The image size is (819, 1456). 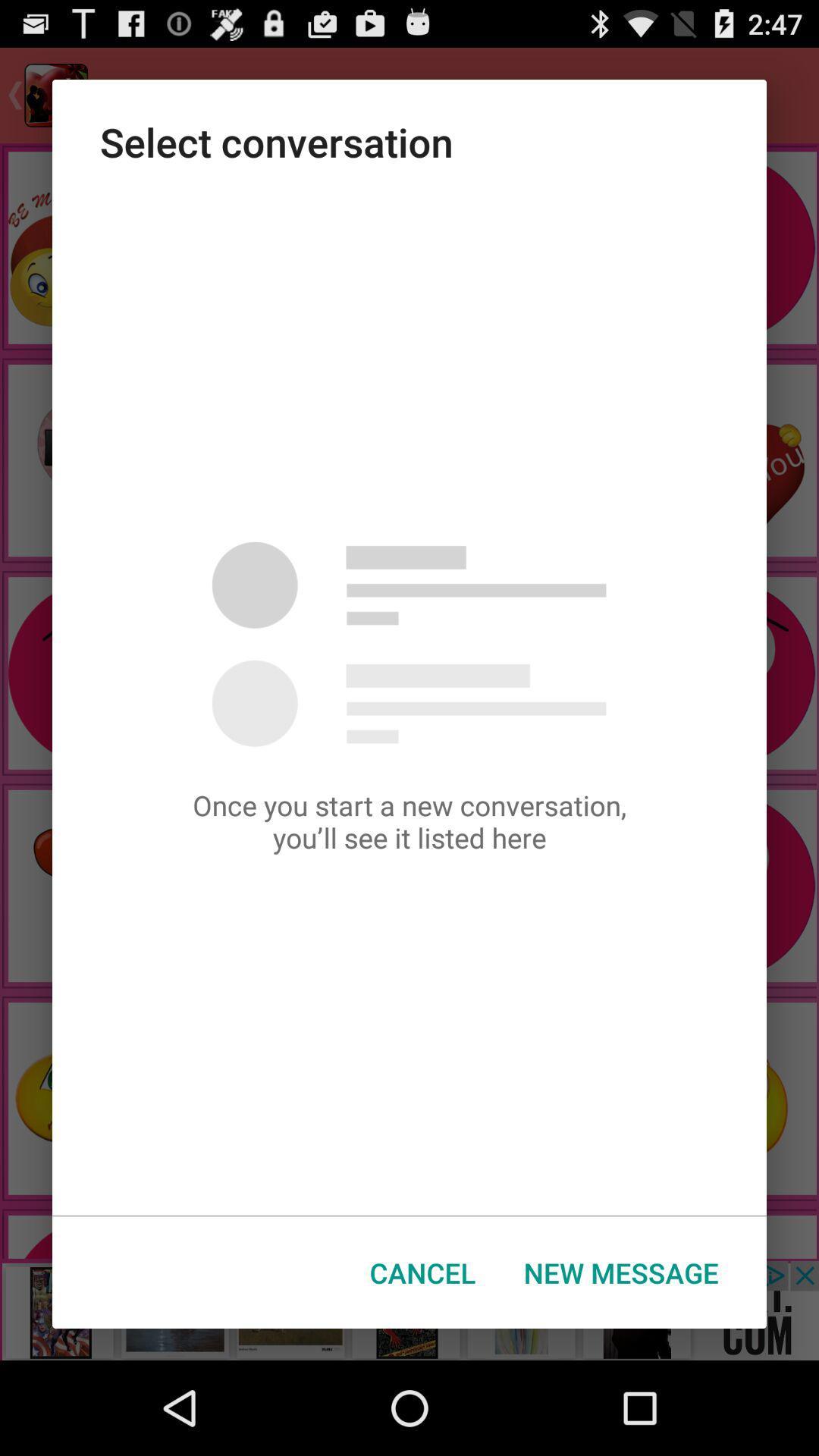 What do you see at coordinates (422, 1272) in the screenshot?
I see `icon to the left of new message button` at bounding box center [422, 1272].